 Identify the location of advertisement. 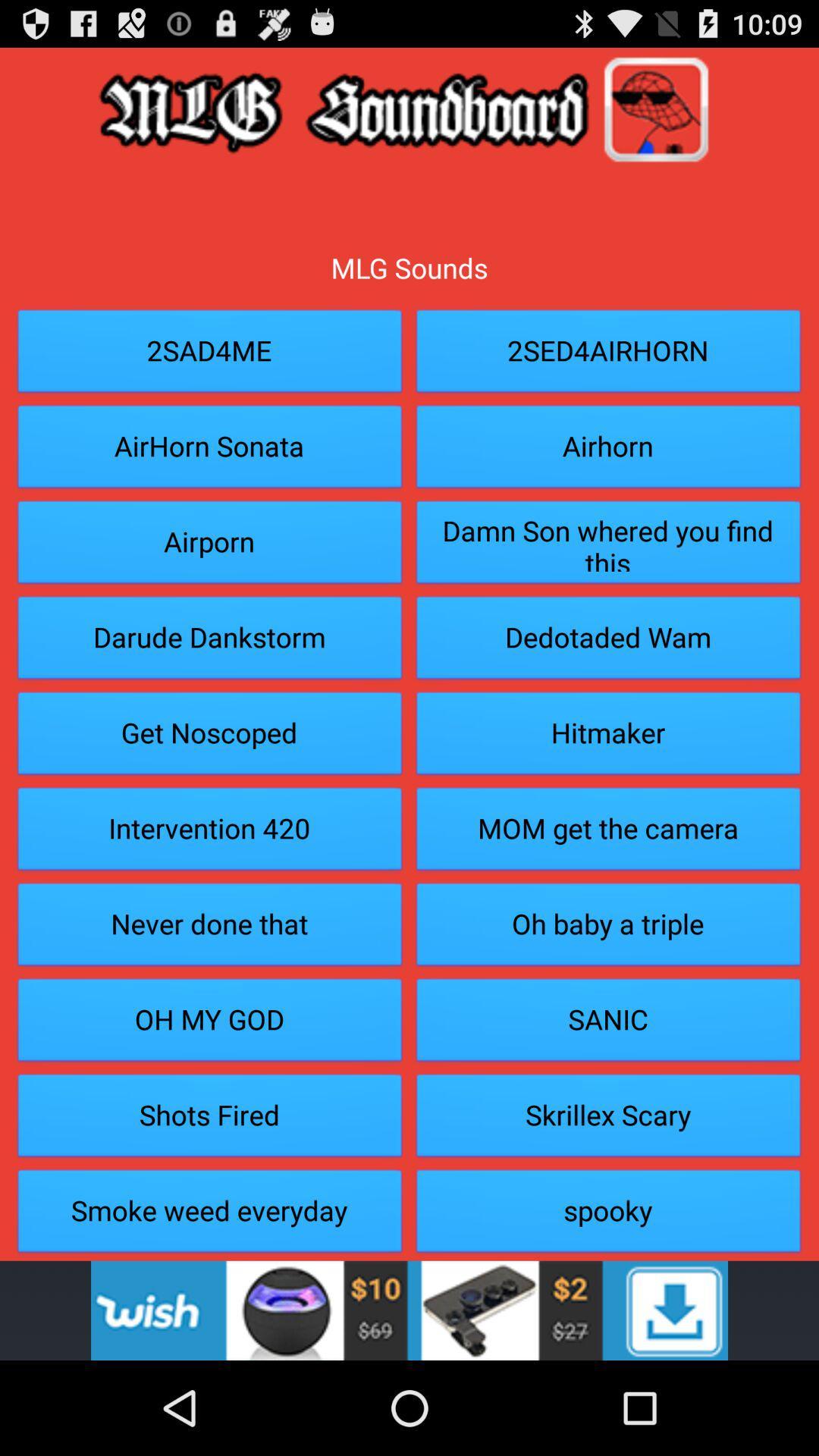
(409, 1310).